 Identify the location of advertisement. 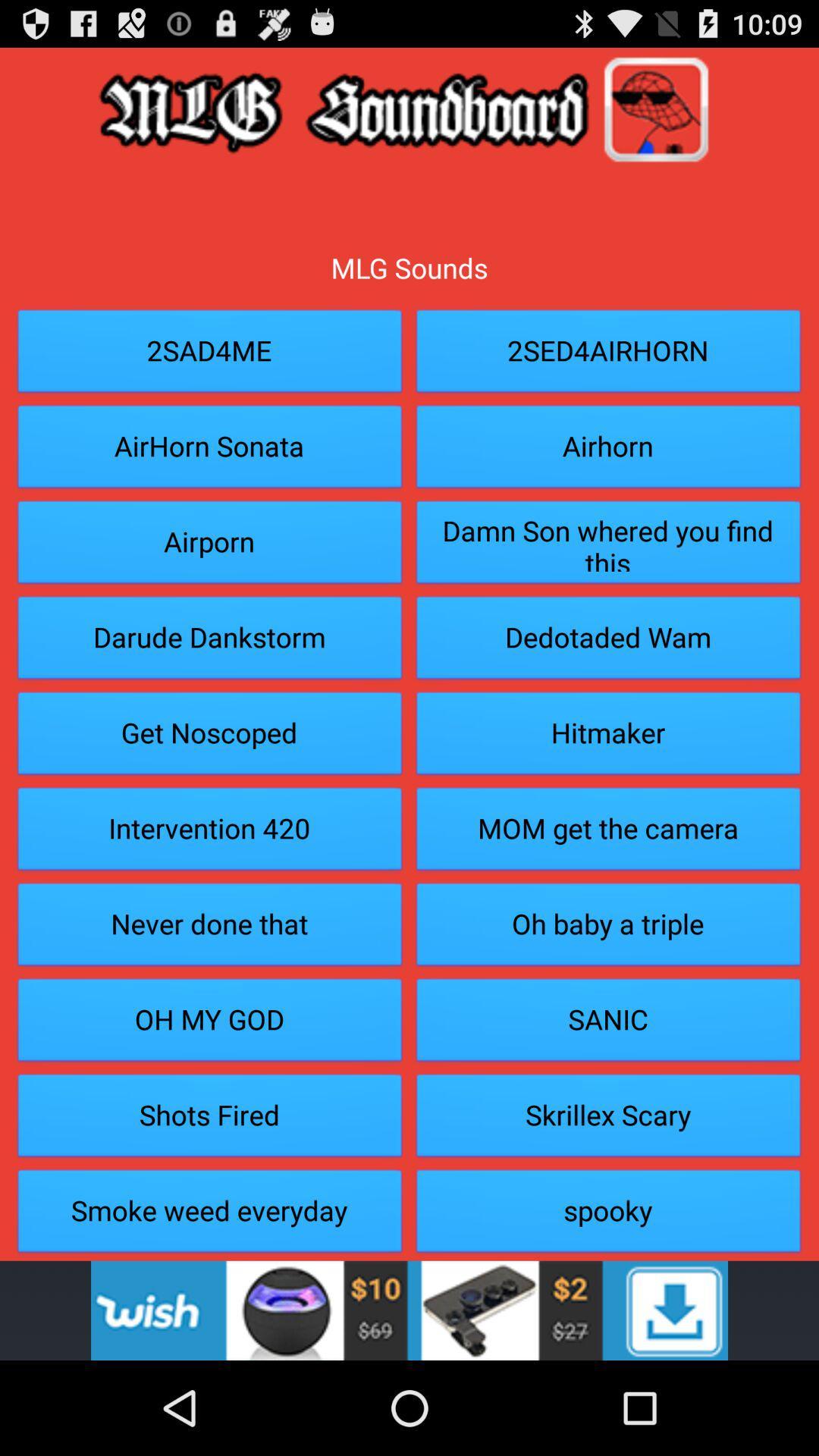
(409, 1310).